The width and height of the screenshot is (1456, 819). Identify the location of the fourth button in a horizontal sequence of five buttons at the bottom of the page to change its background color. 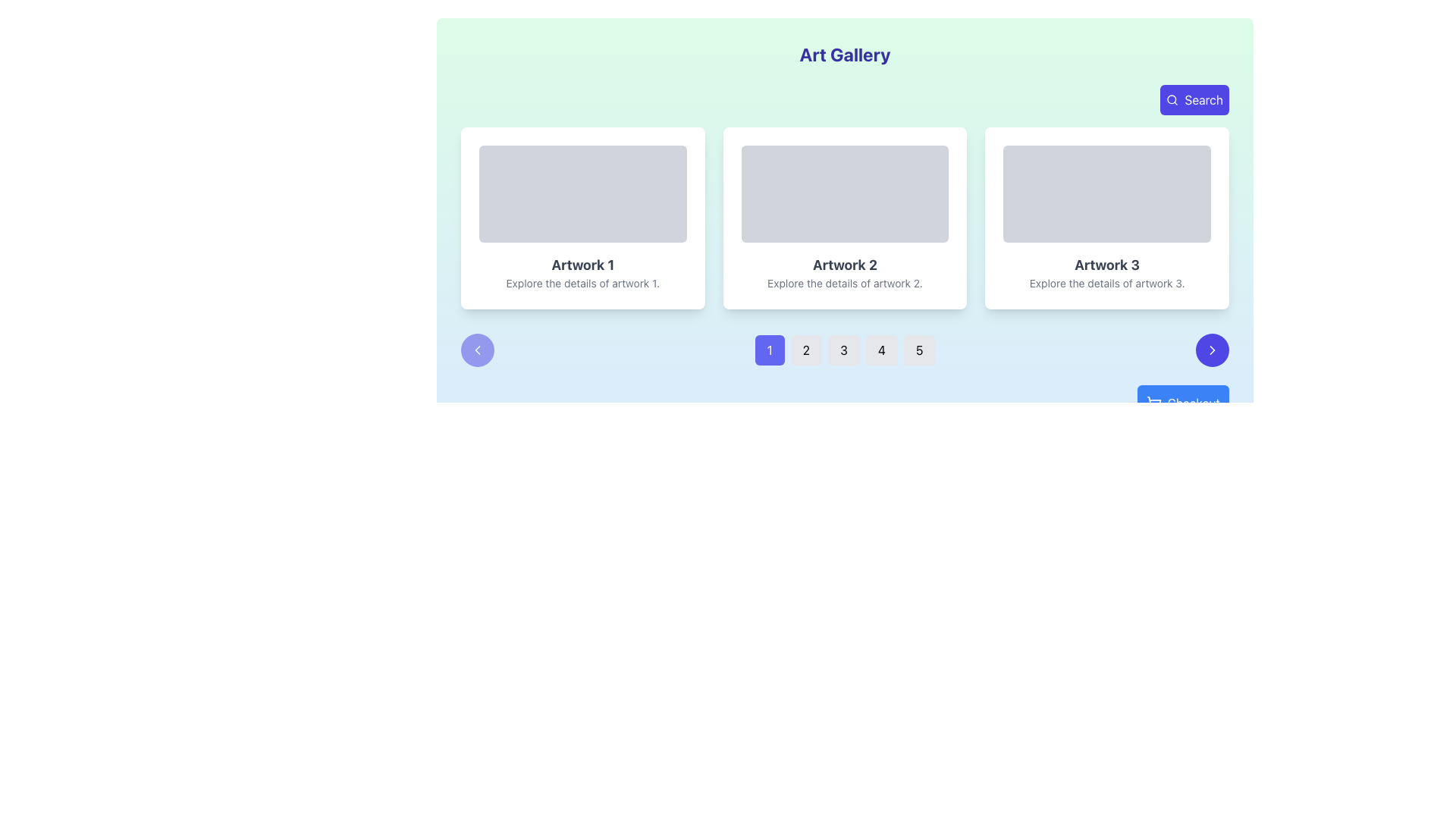
(881, 350).